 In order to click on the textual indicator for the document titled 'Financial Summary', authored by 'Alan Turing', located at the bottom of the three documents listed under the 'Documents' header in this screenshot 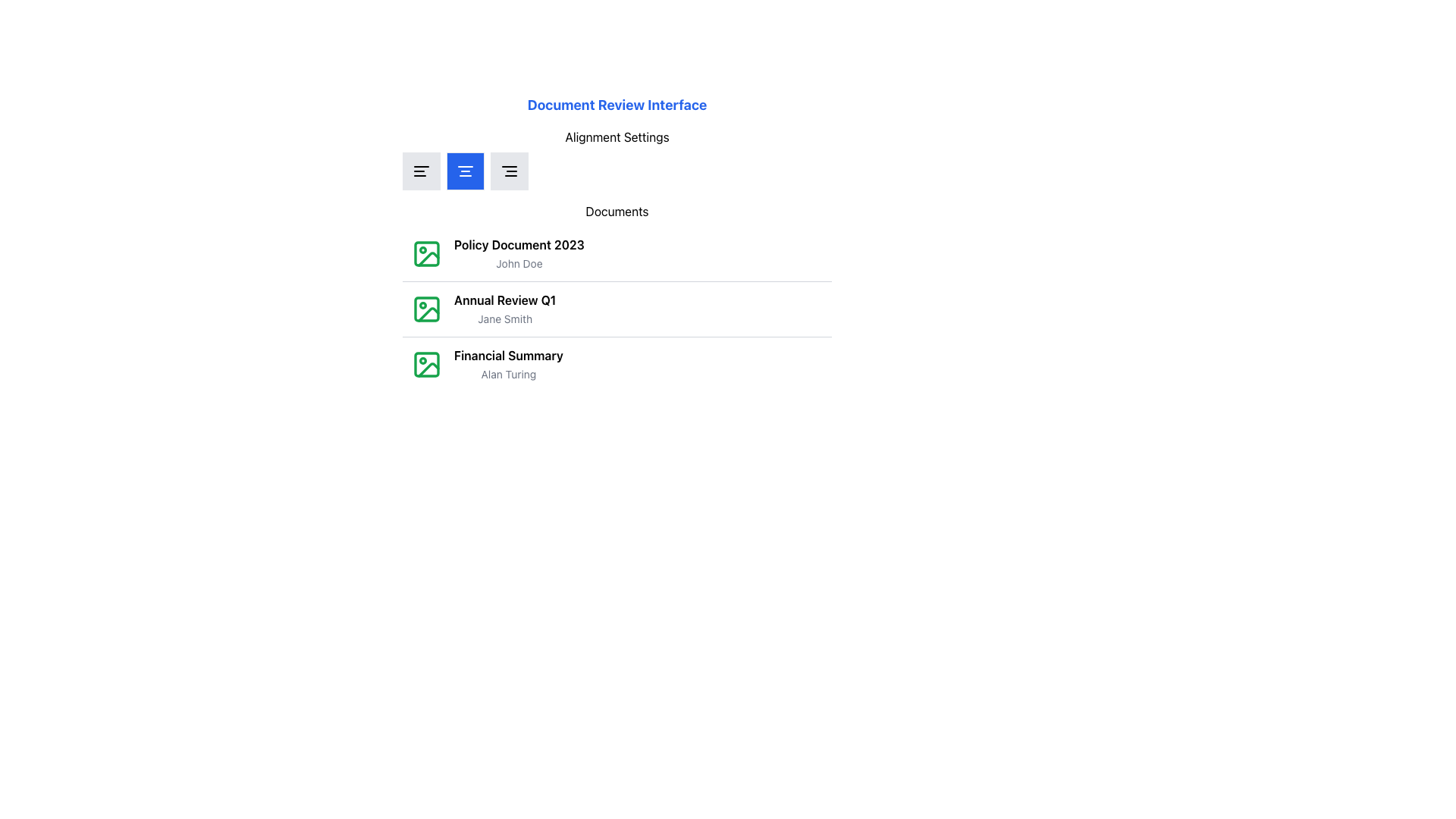, I will do `click(508, 365)`.